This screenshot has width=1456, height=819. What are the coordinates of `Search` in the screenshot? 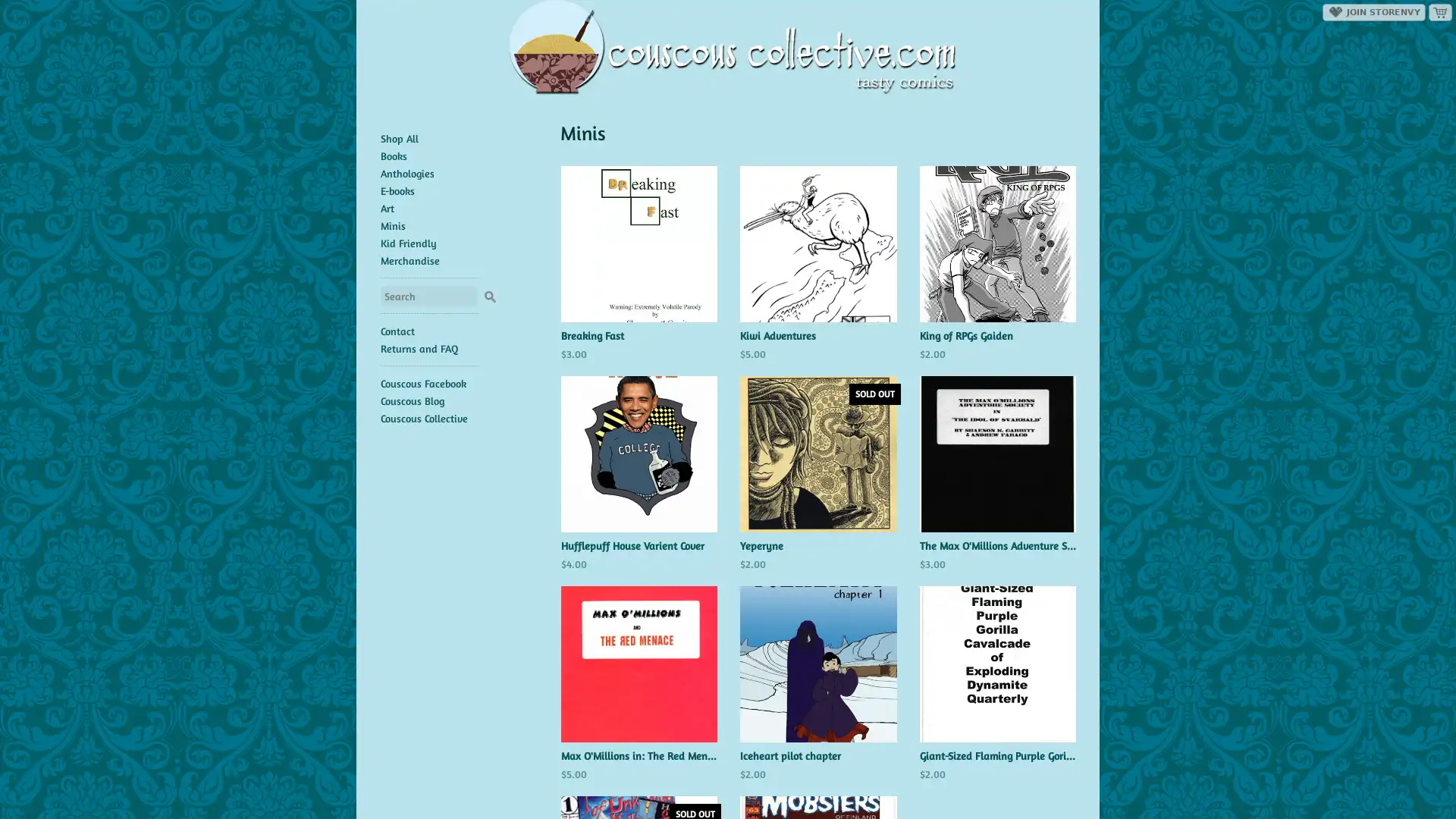 It's located at (489, 294).